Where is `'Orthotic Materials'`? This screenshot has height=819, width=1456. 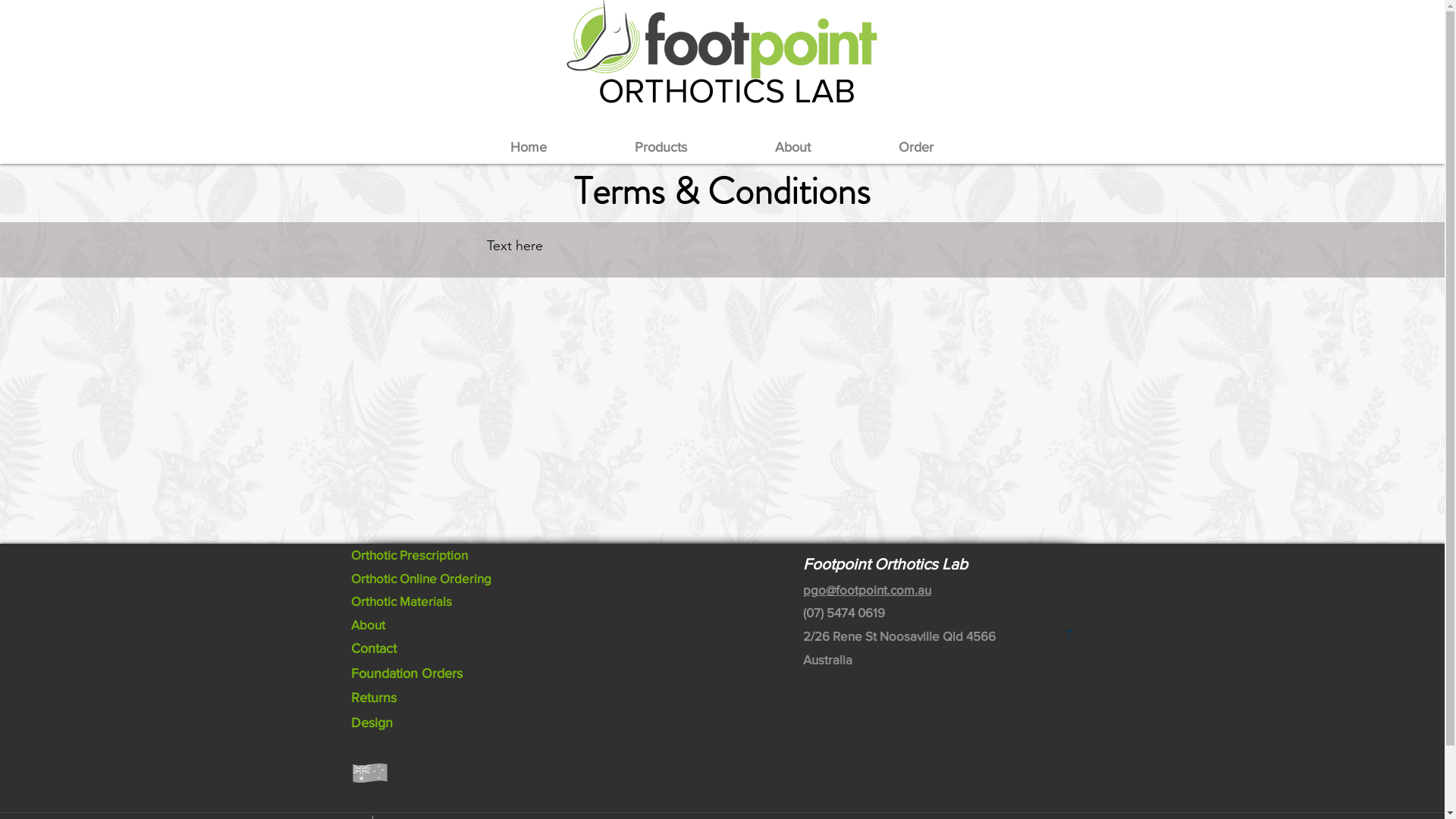 'Orthotic Materials' is located at coordinates (400, 600).